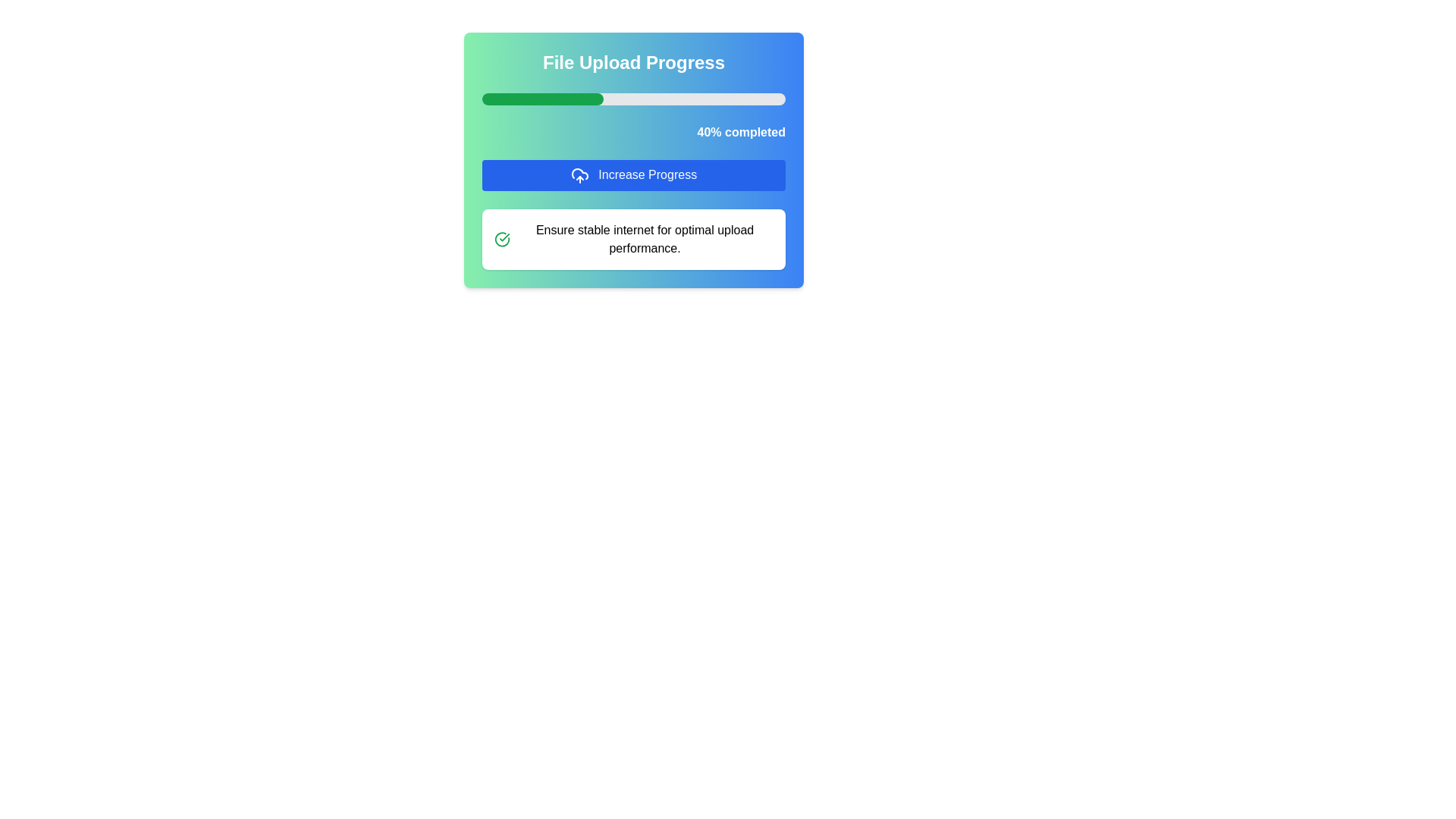 The image size is (1456, 819). I want to click on the text element displaying 'File Upload Progress', which is styled in bold and large white font against a gradient background, located at the top of the card layout, so click(633, 62).